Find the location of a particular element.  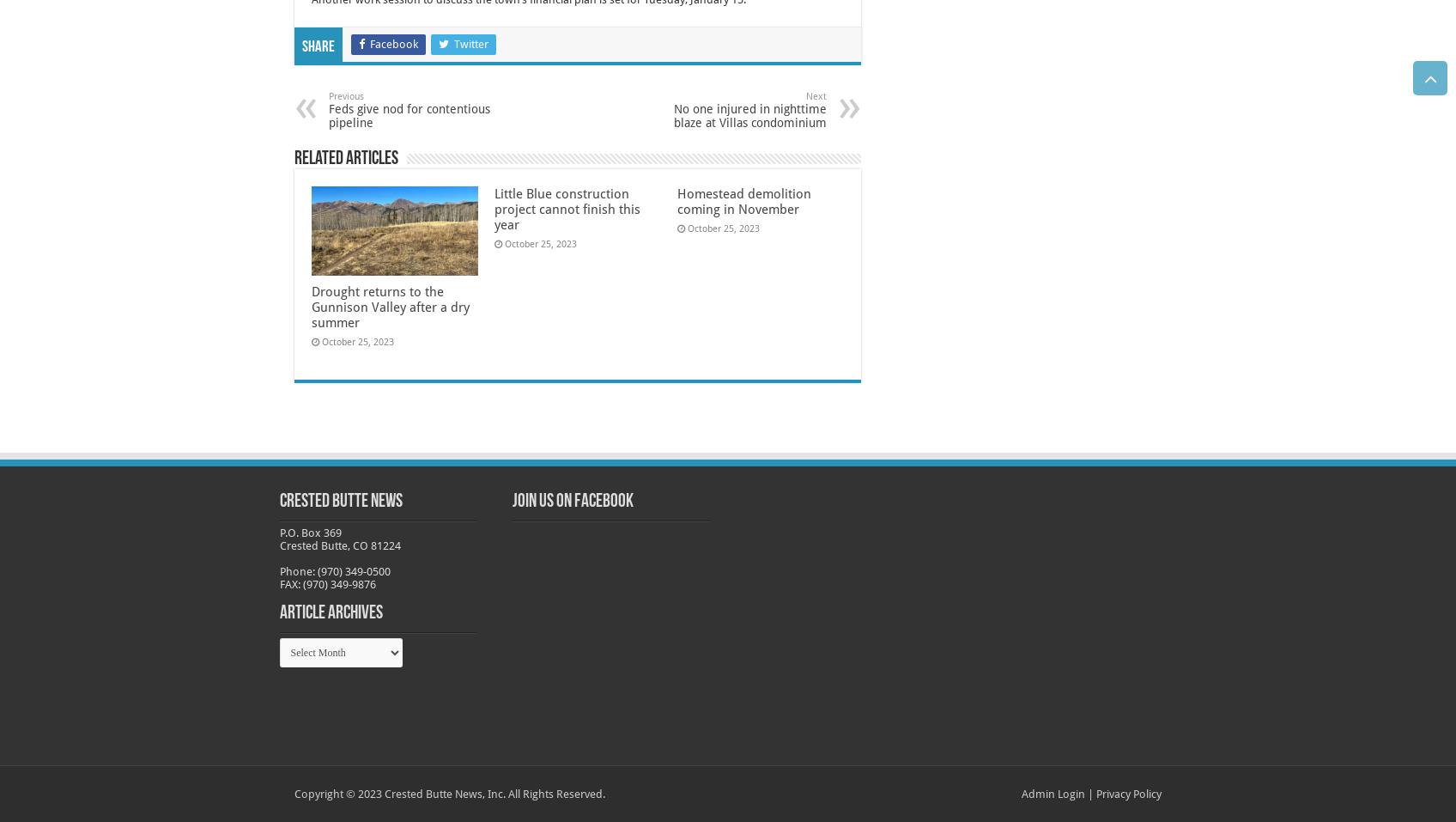

'Next' is located at coordinates (815, 96).